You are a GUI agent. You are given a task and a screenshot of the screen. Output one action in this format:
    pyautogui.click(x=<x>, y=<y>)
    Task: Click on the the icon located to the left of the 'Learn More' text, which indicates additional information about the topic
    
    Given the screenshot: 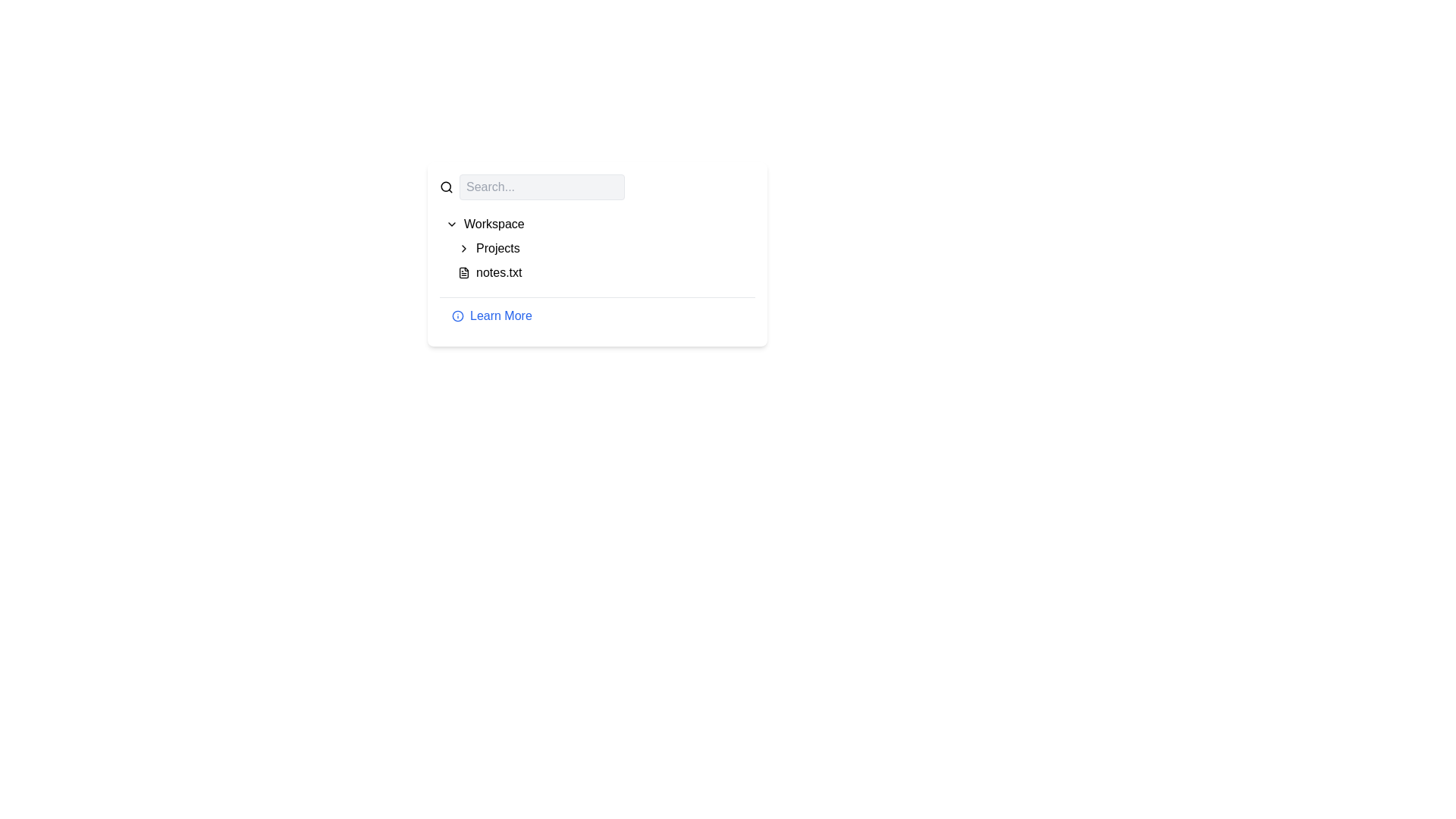 What is the action you would take?
    pyautogui.click(x=457, y=315)
    